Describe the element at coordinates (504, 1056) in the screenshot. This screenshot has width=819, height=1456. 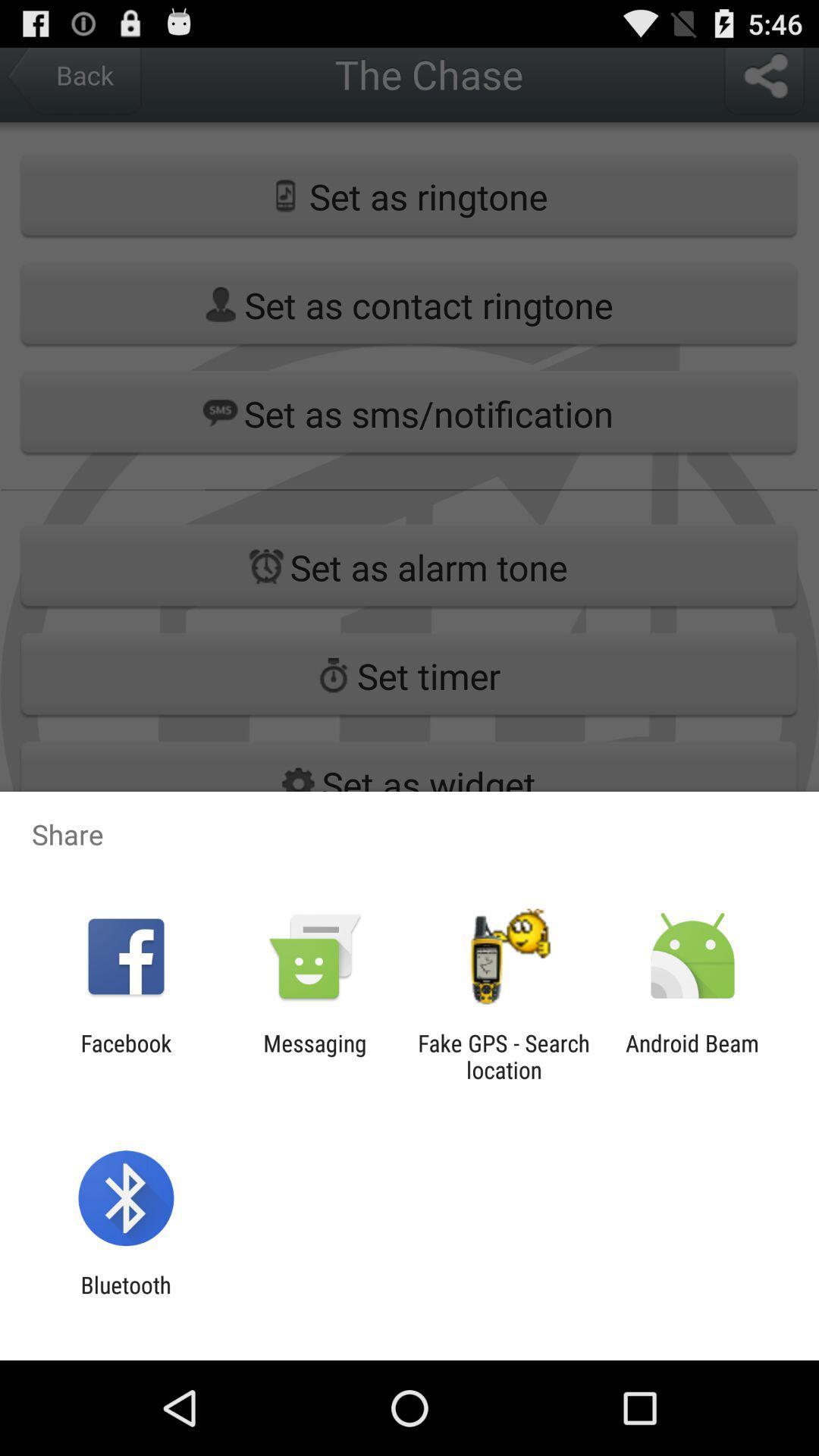
I see `the item to the left of android beam icon` at that location.